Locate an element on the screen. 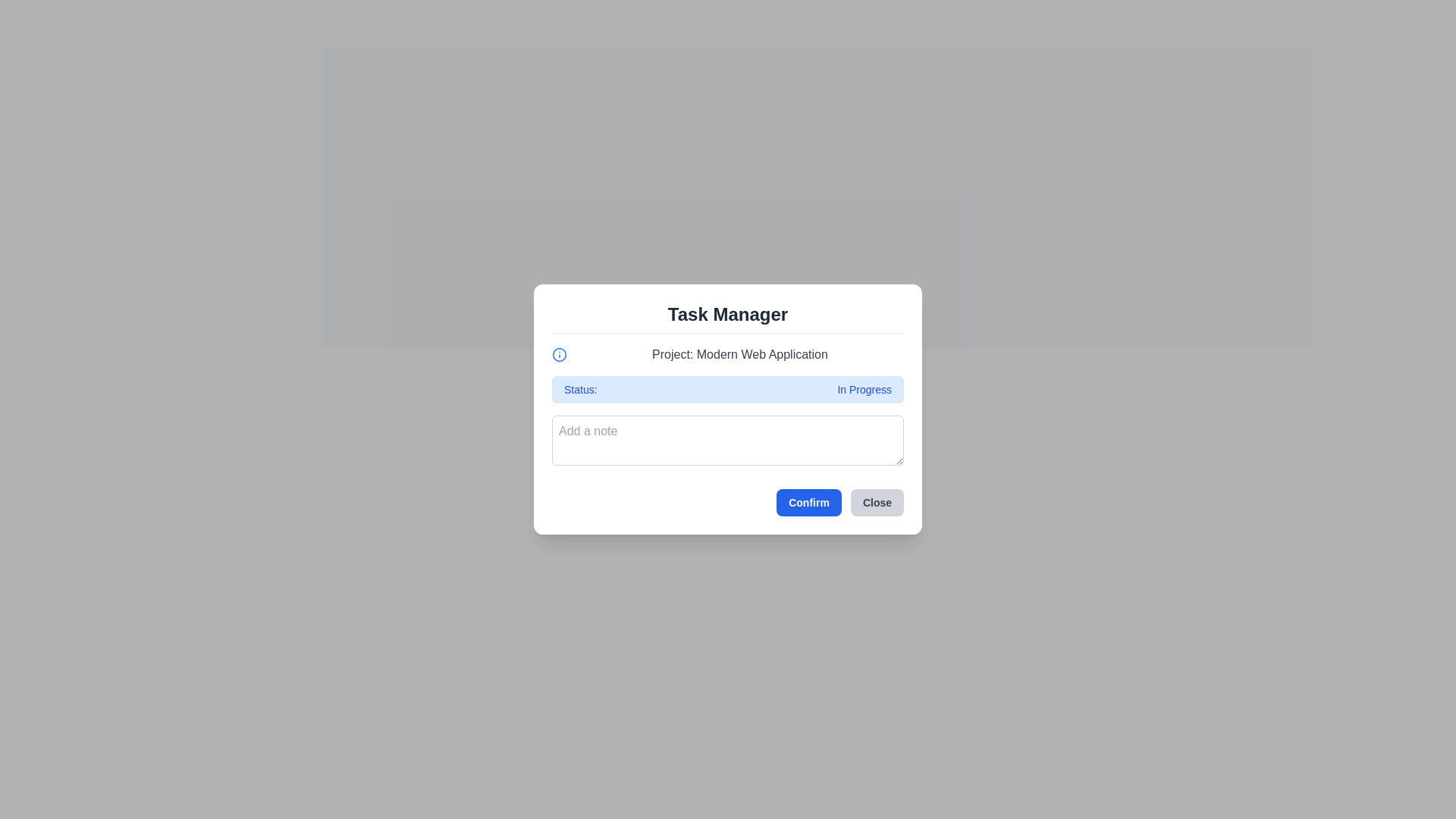  the leftmost button in the bottom-right corner of the 'Task Manager' dialog box to confirm an action is located at coordinates (808, 503).